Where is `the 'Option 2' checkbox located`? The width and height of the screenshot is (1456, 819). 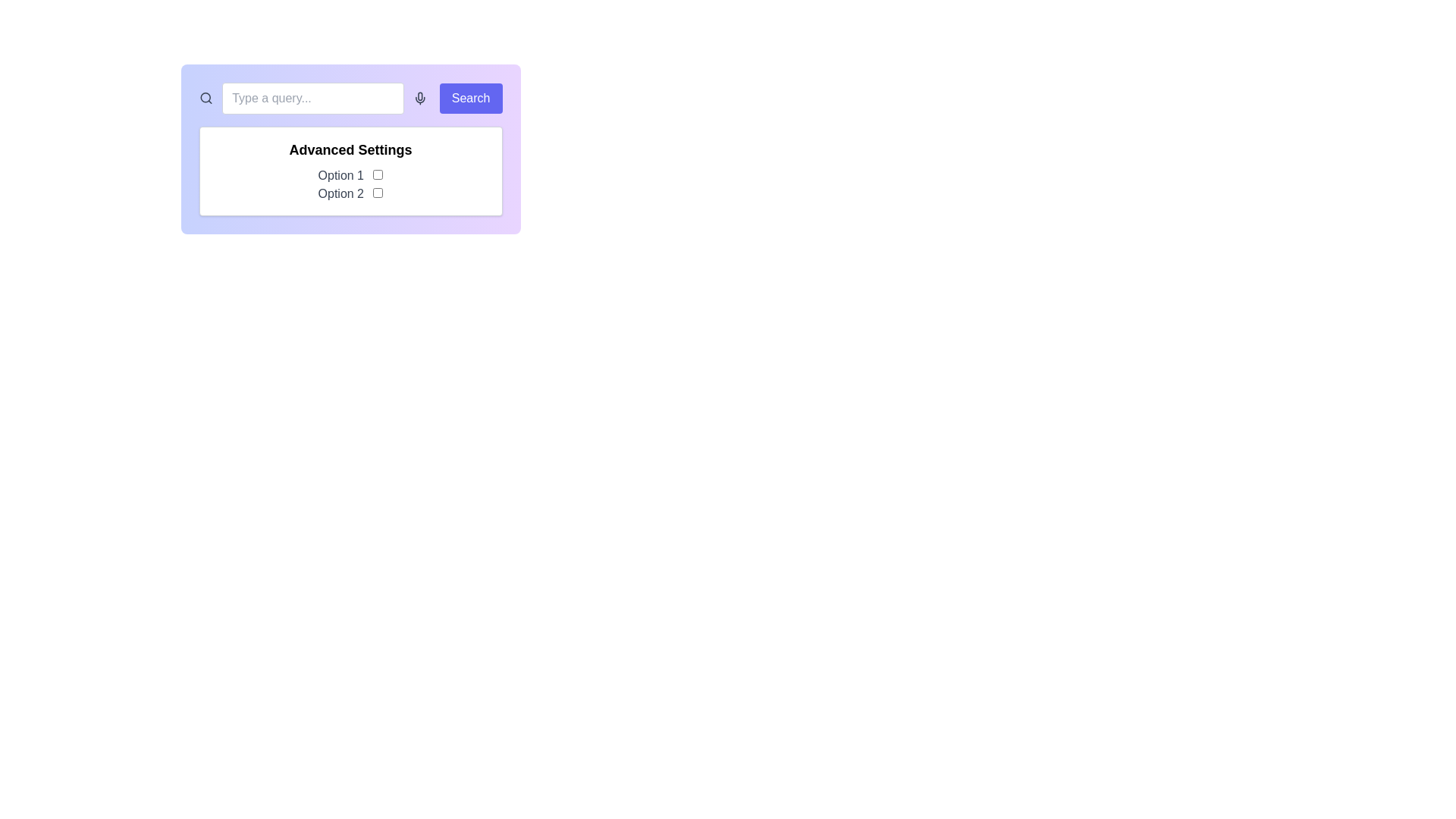
the 'Option 2' checkbox located is located at coordinates (378, 192).